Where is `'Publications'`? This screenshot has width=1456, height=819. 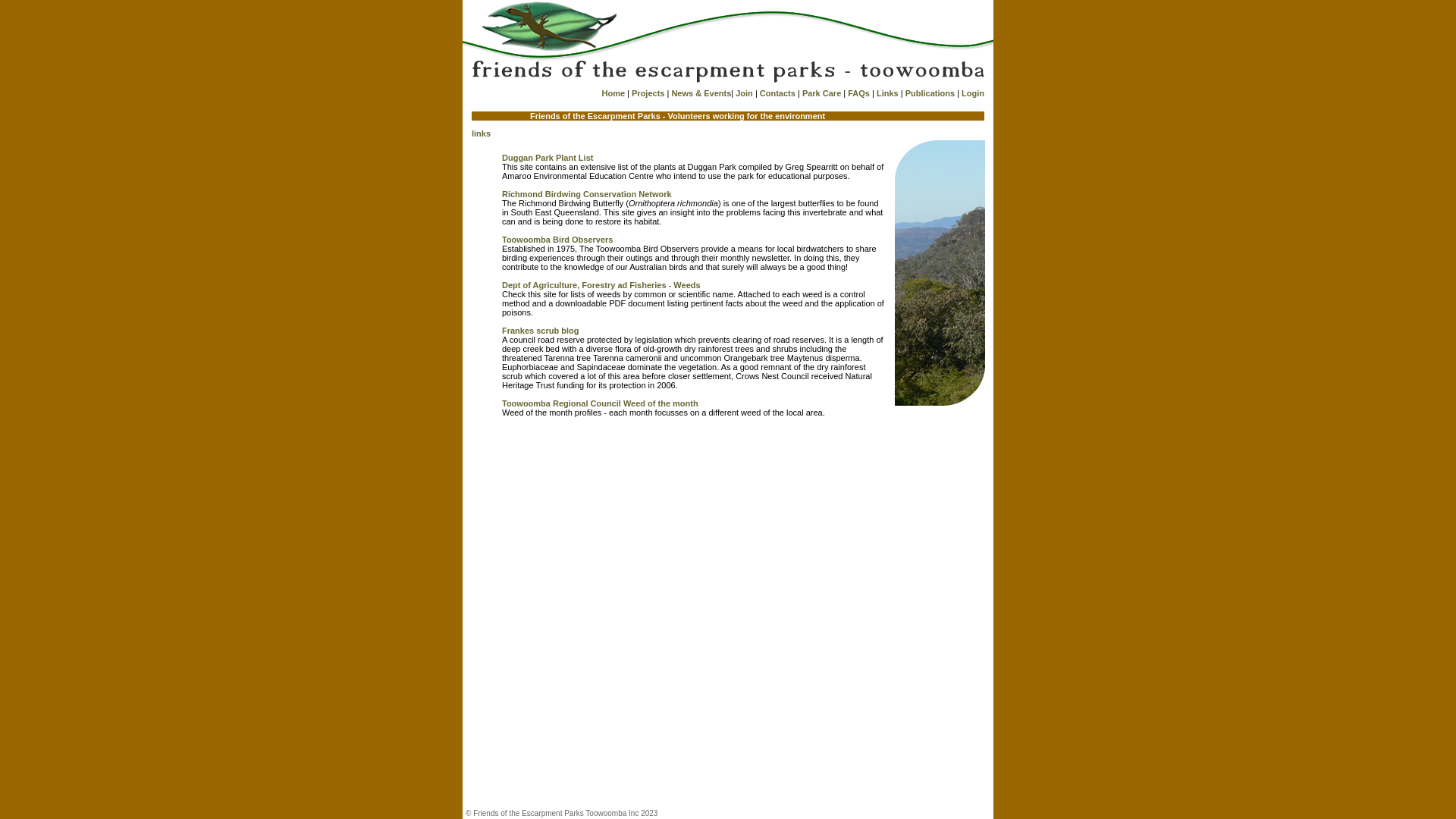 'Publications' is located at coordinates (929, 93).